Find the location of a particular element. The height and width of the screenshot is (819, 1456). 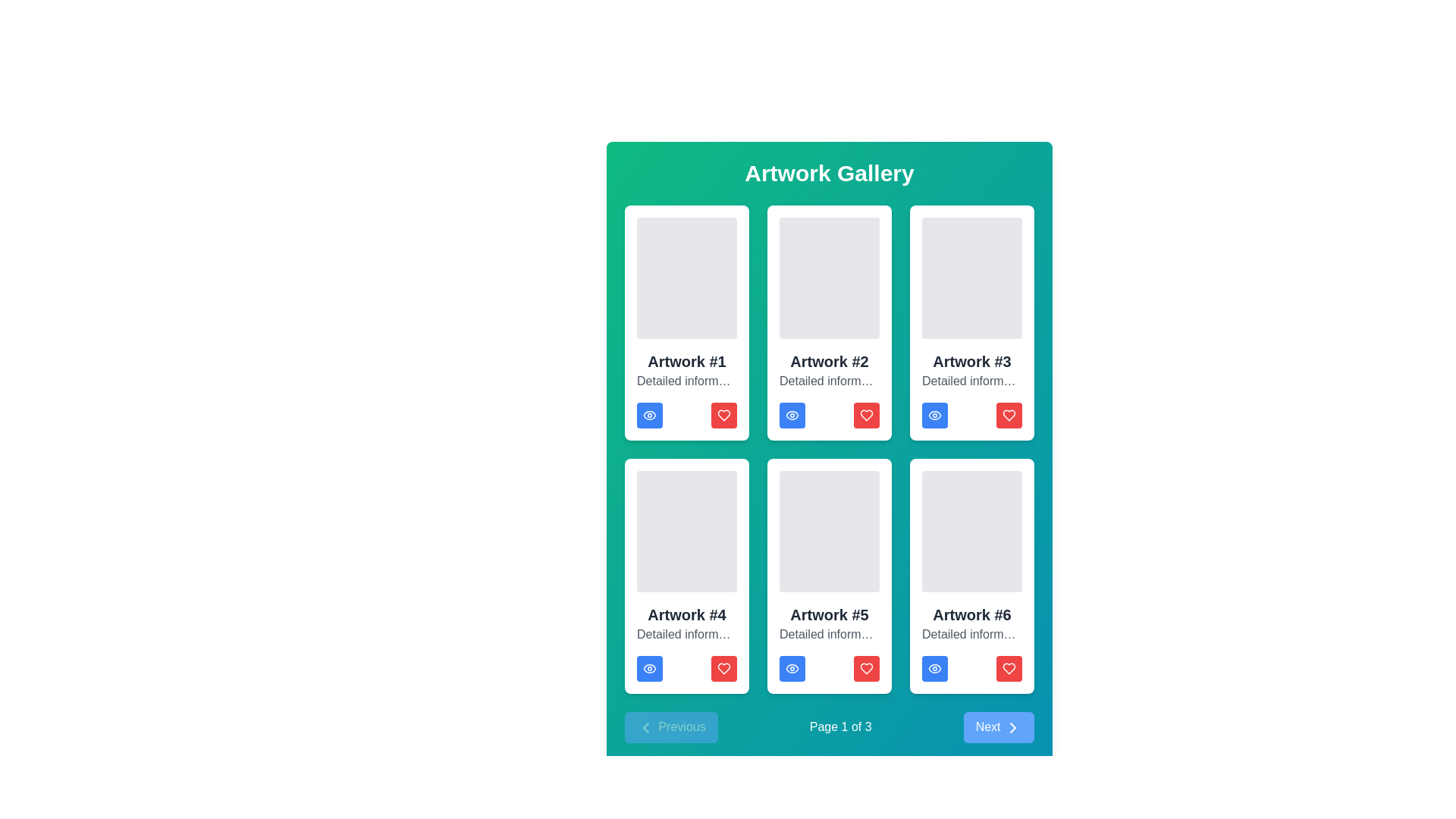

the interactive button with a blue background and an eye icon located on the 'Artwork #6' card in the third column of the second row is located at coordinates (934, 668).